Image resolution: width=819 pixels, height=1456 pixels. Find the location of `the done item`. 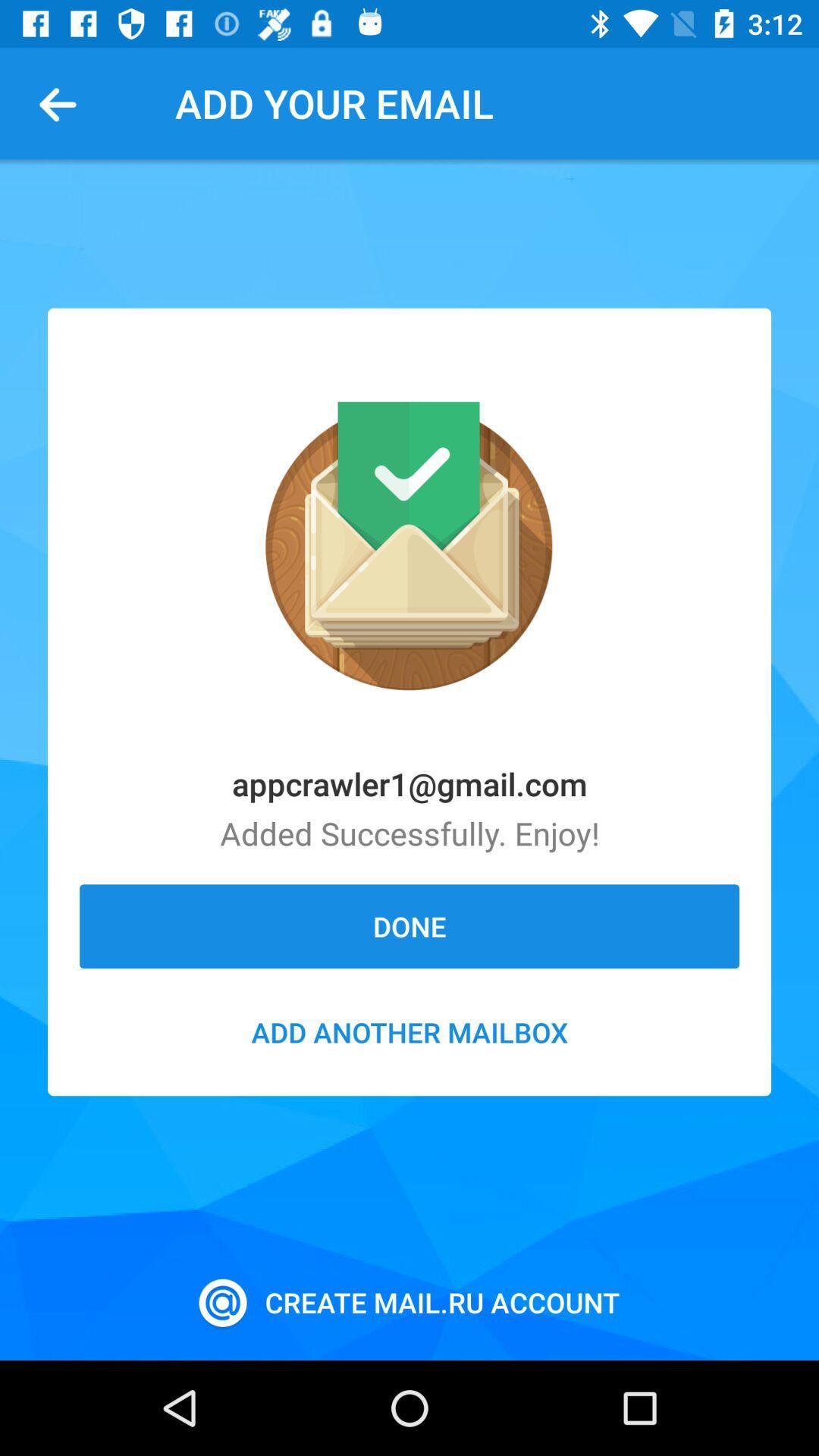

the done item is located at coordinates (409, 925).